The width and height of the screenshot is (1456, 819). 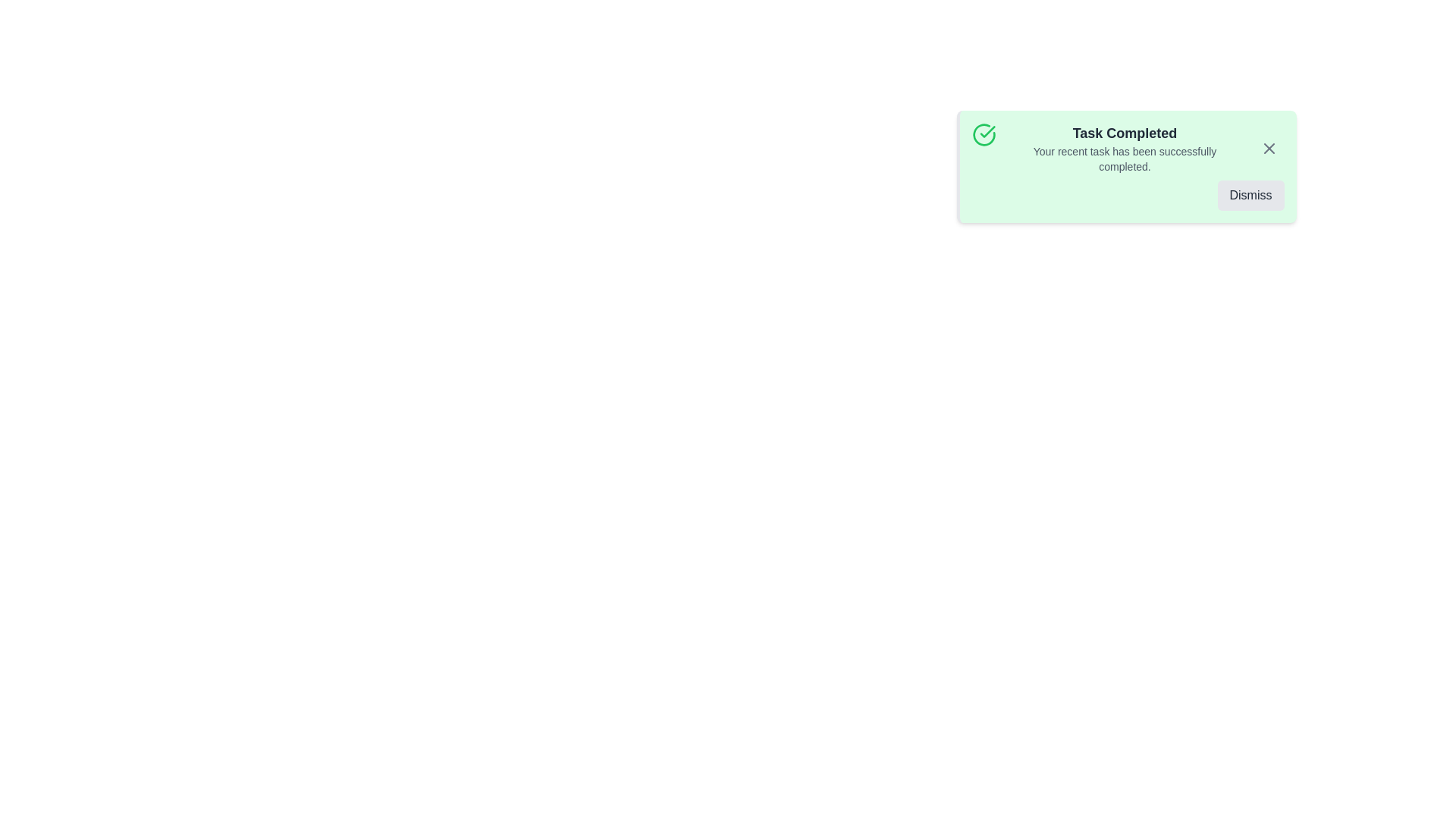 What do you see at coordinates (1269, 149) in the screenshot?
I see `the gray 'X' icon with a circular border located at the top-right corner of the notification box to possibly reveal additional tooltip or highlight effect` at bounding box center [1269, 149].